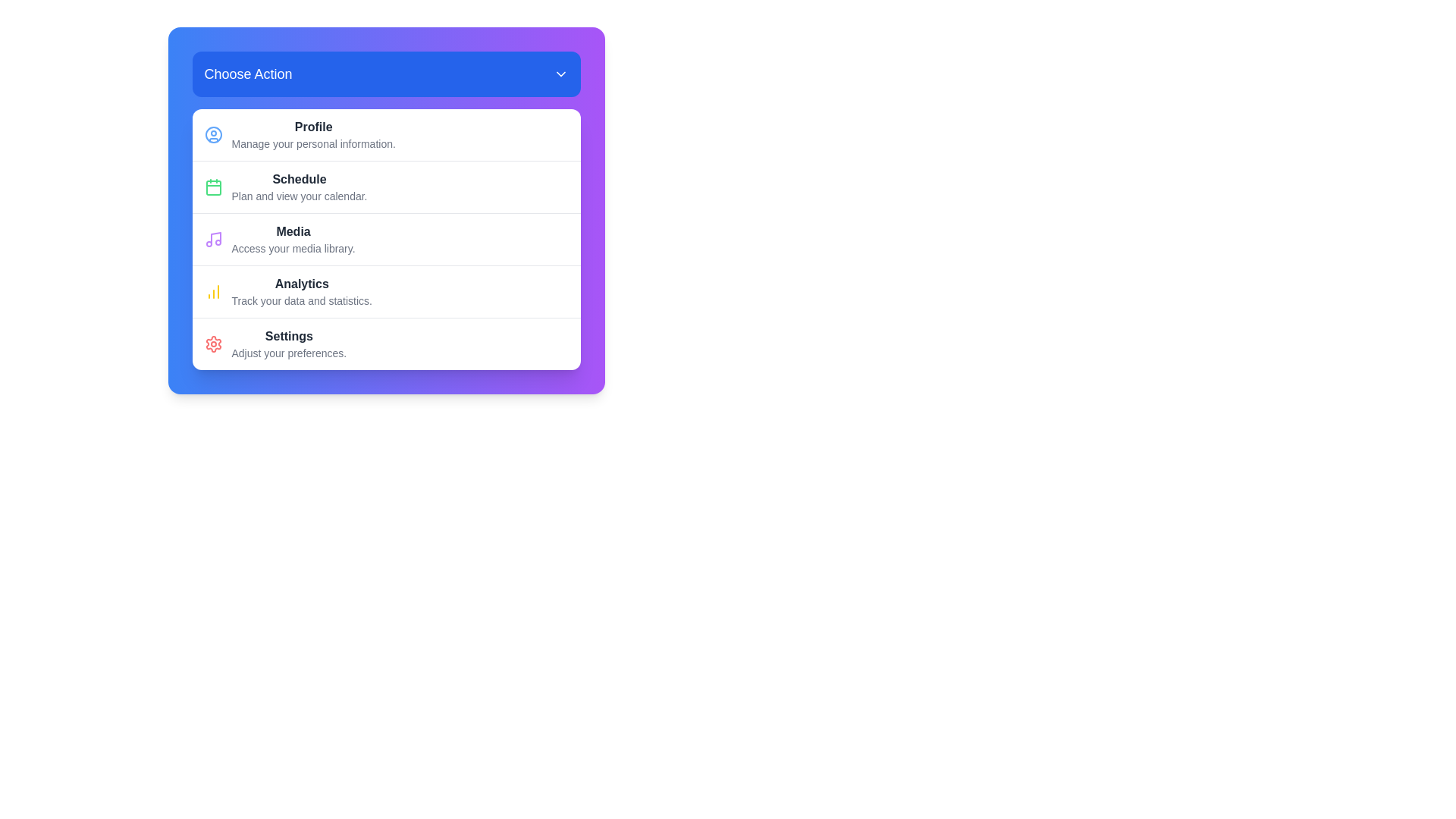 The height and width of the screenshot is (819, 1456). What do you see at coordinates (212, 239) in the screenshot?
I see `the decorative Icon representing the 'Media' menu option, which is positioned to the left of the text label 'Media'` at bounding box center [212, 239].